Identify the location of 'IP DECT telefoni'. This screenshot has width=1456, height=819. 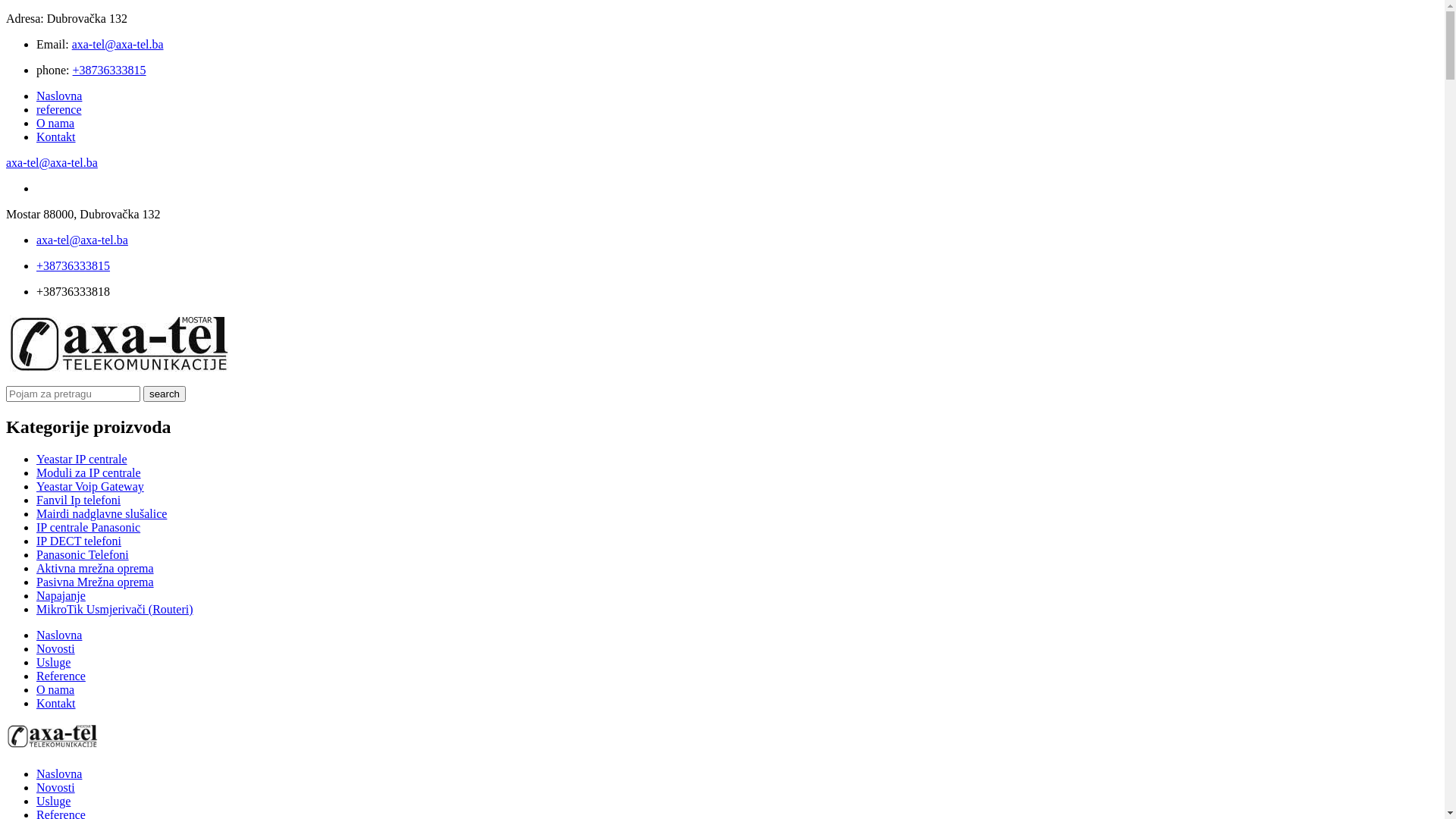
(36, 540).